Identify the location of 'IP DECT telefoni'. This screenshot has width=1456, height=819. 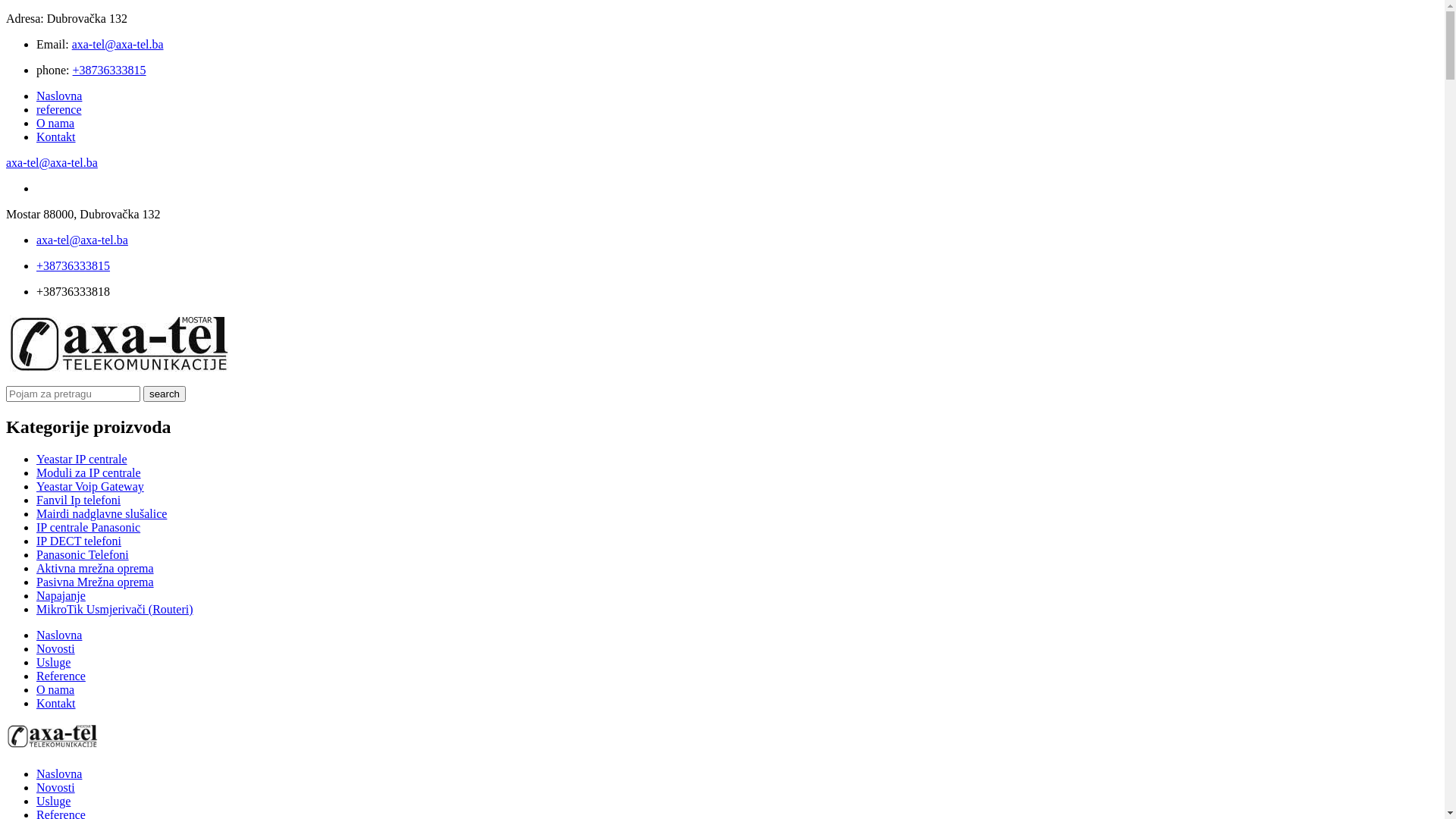
(36, 540).